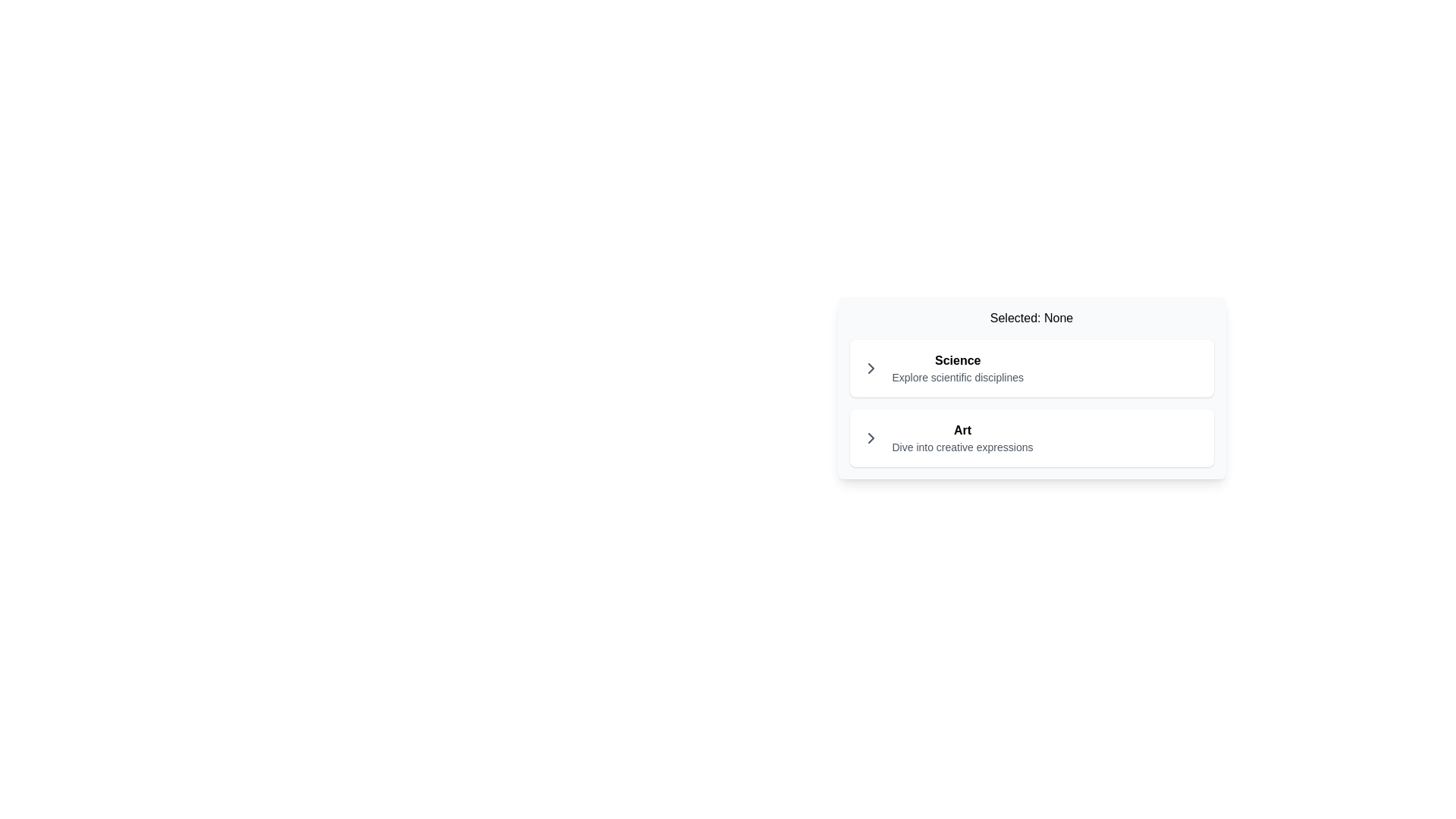 This screenshot has width=1456, height=819. Describe the element at coordinates (957, 369) in the screenshot. I see `the first selectable option in the vertical list related to scientific disciplines` at that location.